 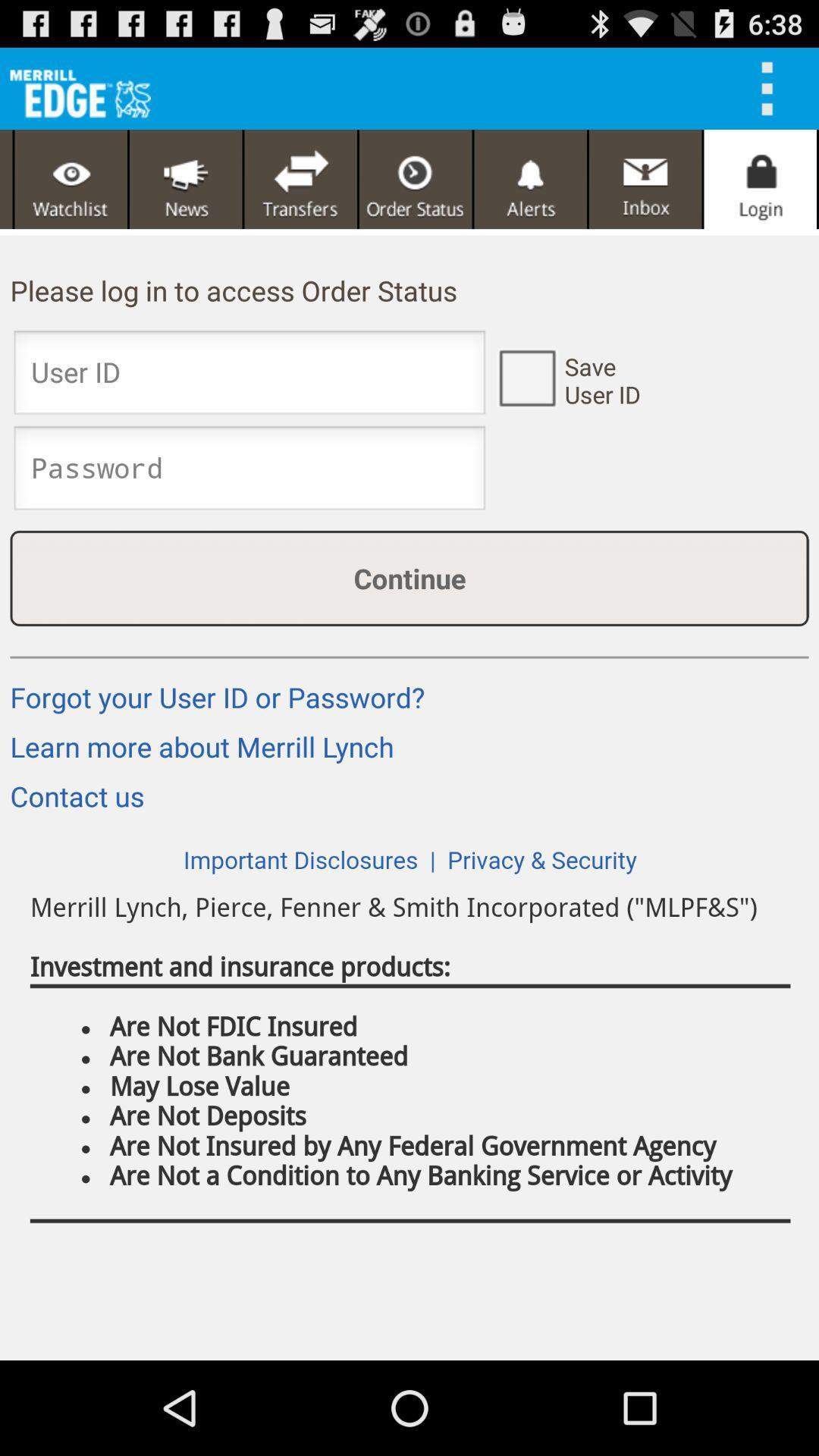 I want to click on input user id for app, so click(x=249, y=377).